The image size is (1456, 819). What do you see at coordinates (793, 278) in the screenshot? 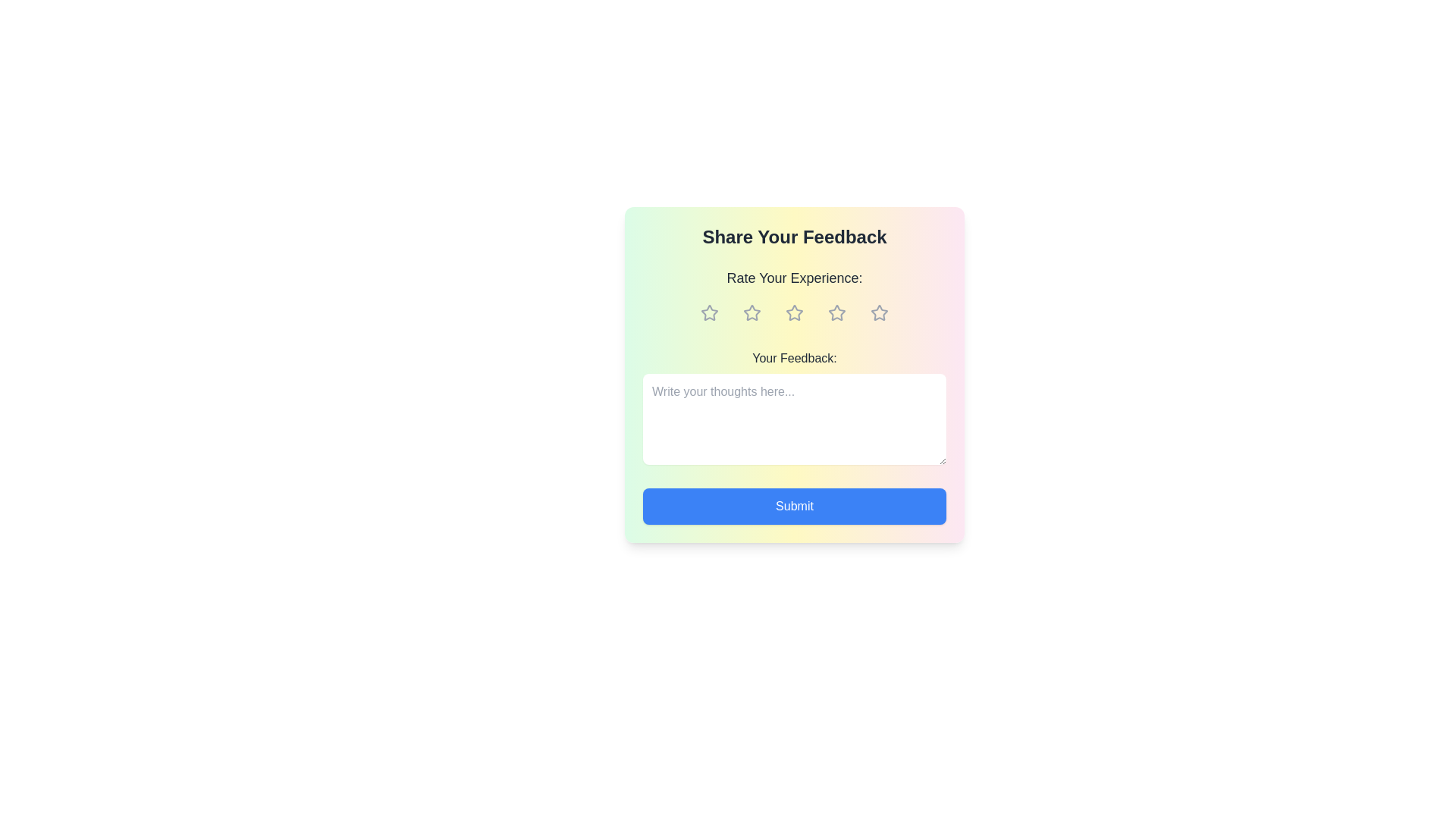
I see `the text label that reads 'Rate Your Experience:', which is centered above the row of star icons in the interactive feedback card component` at bounding box center [793, 278].